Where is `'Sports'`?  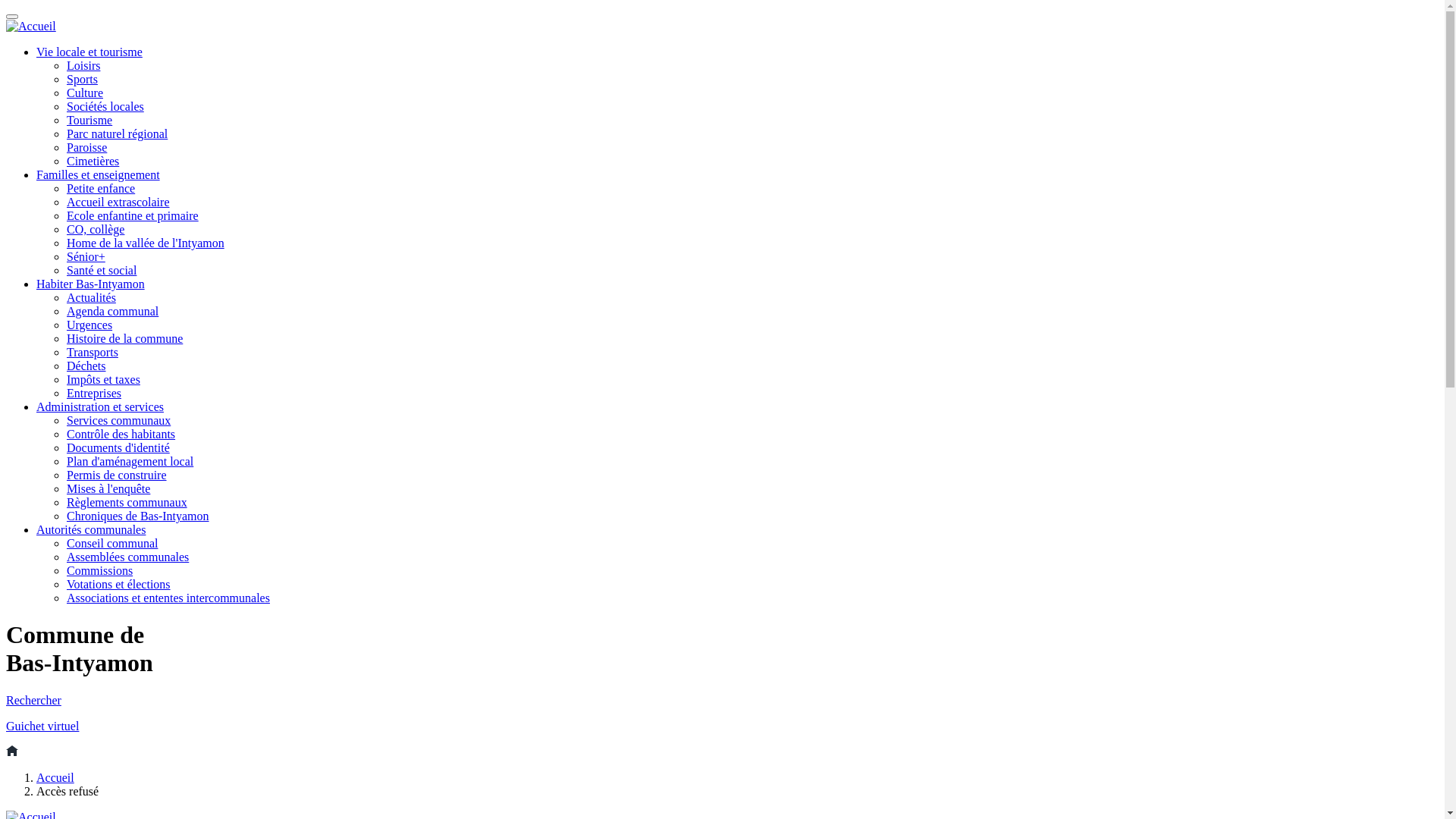
'Sports' is located at coordinates (65, 79).